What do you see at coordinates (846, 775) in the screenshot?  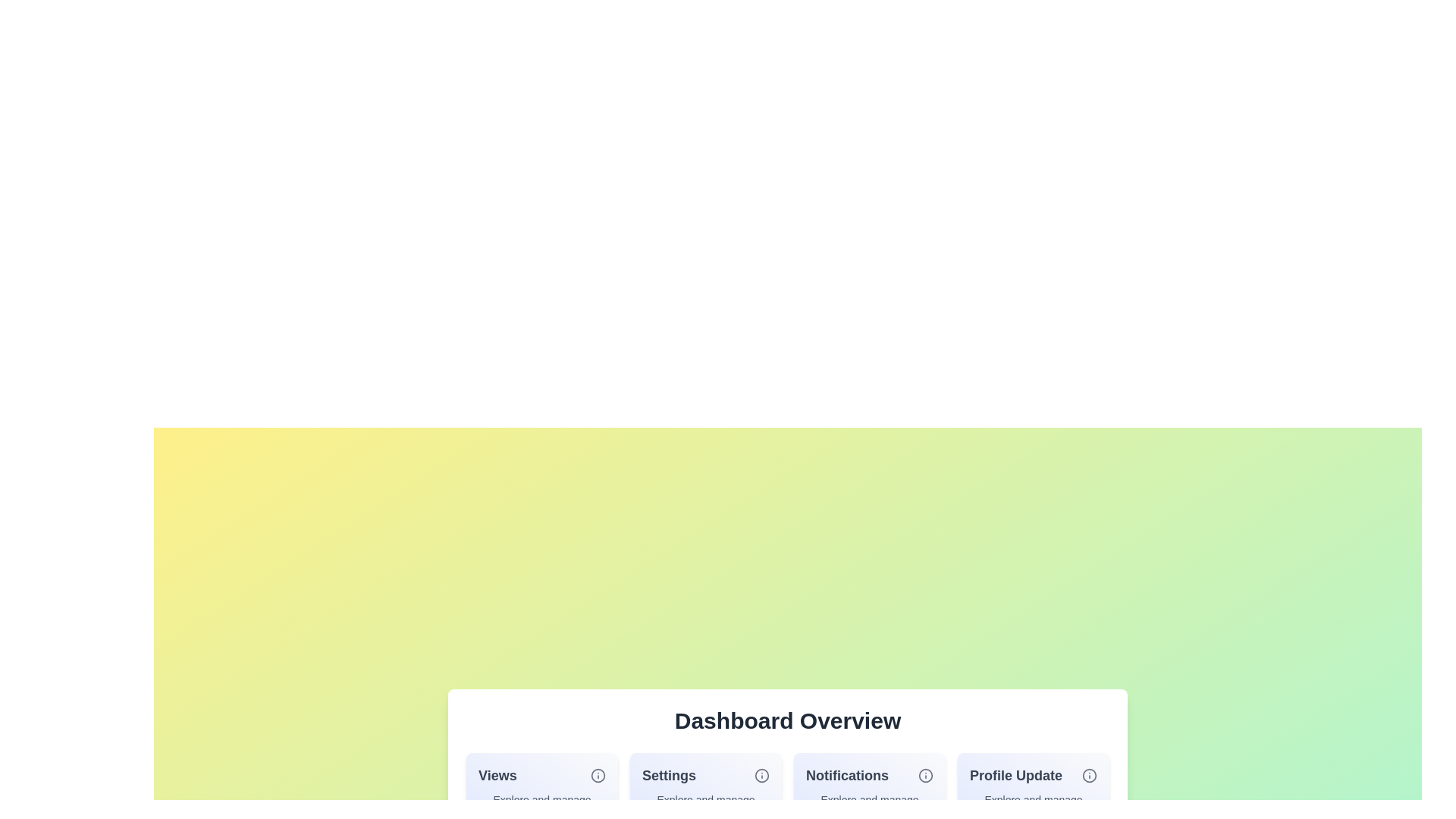 I see `the text label displaying 'Notifications' which is bold, slightly larger, and grayish in color, located centrally within its highlighted section` at bounding box center [846, 775].